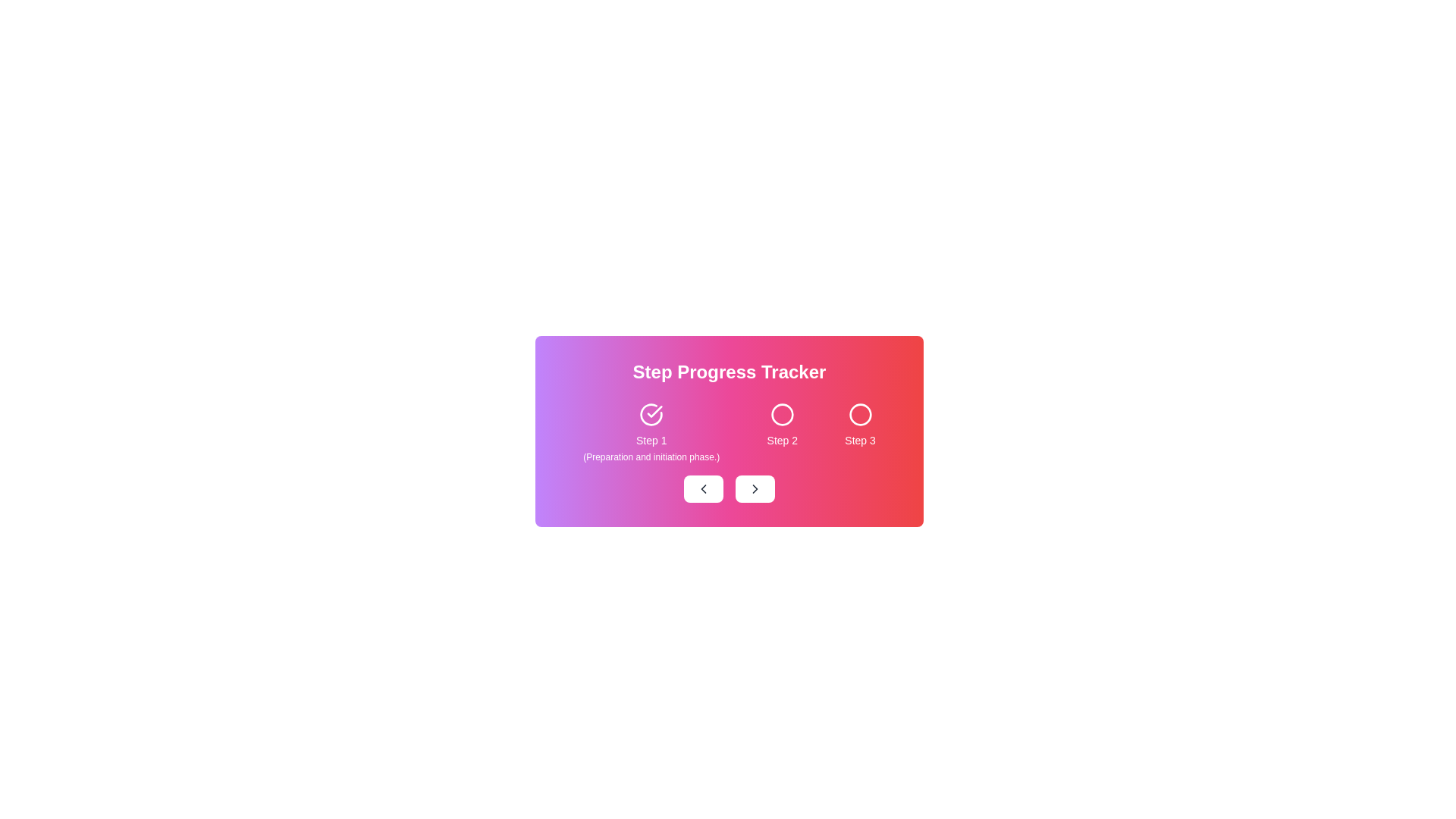 The image size is (1456, 819). What do you see at coordinates (651, 456) in the screenshot?
I see `the descriptive text located below the 'Step 1' label in the progress tracker interface` at bounding box center [651, 456].